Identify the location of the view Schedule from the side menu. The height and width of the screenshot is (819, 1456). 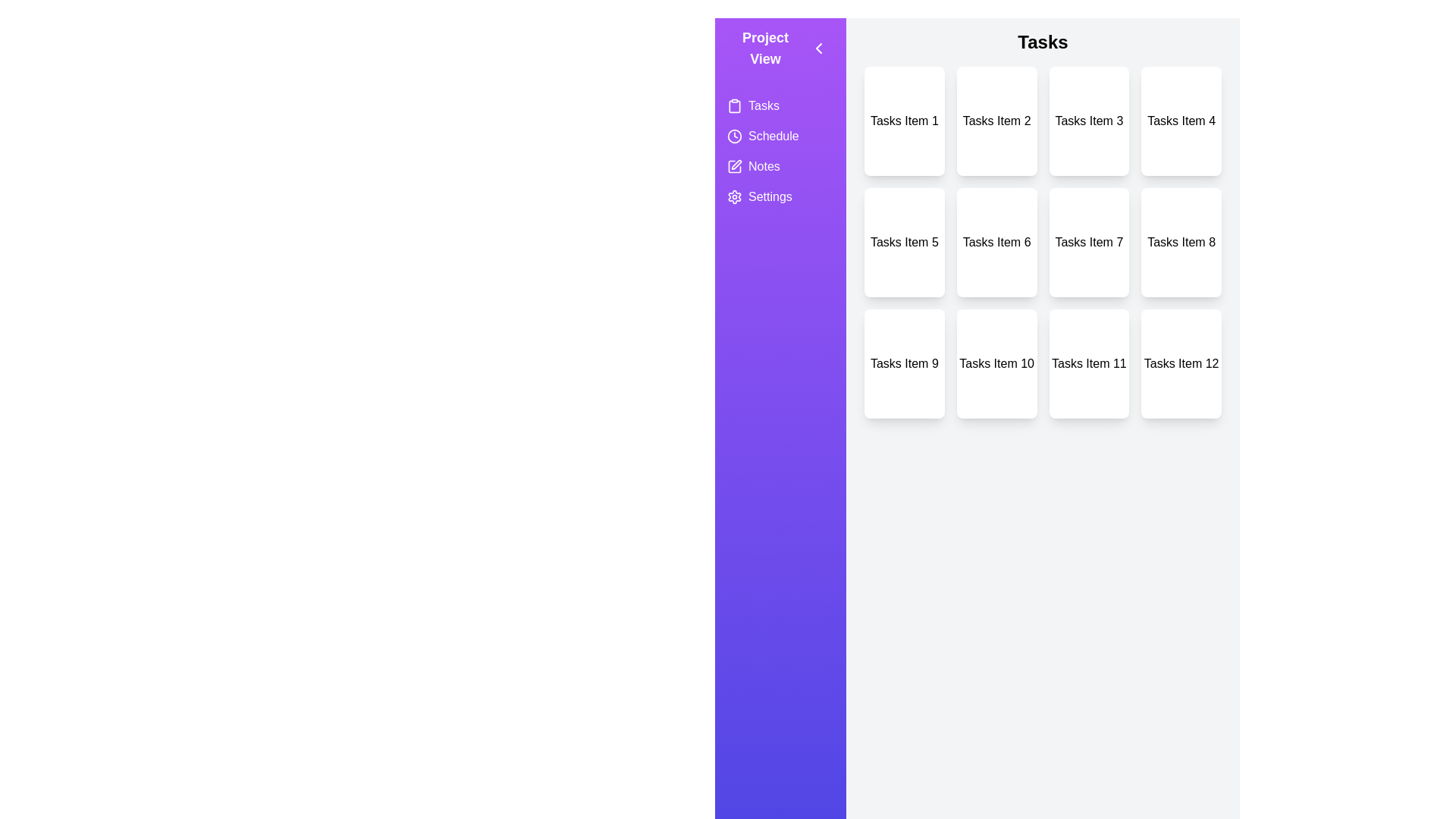
(780, 136).